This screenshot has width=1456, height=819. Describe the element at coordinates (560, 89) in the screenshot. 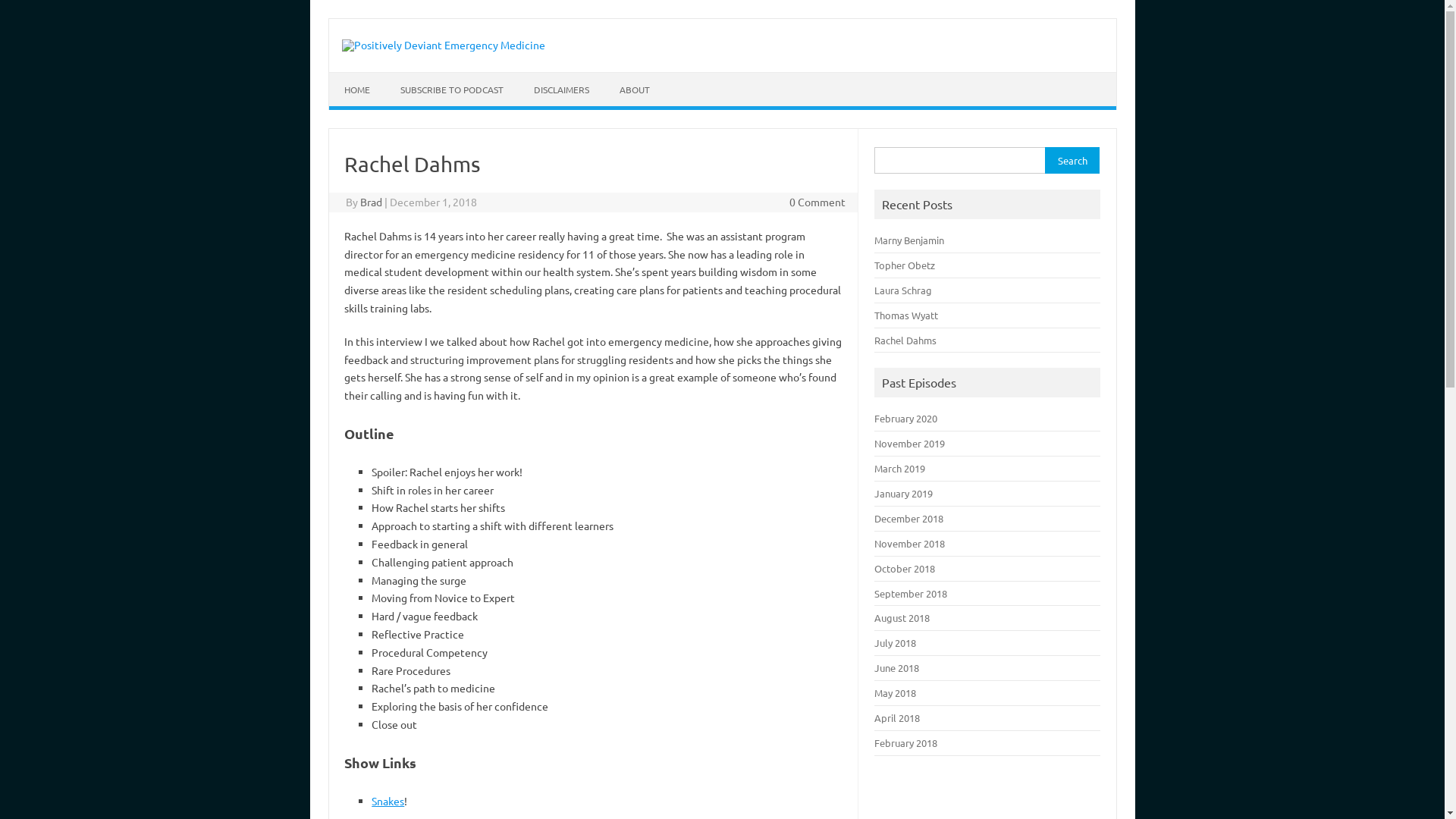

I see `'DISCLAIMERS'` at that location.